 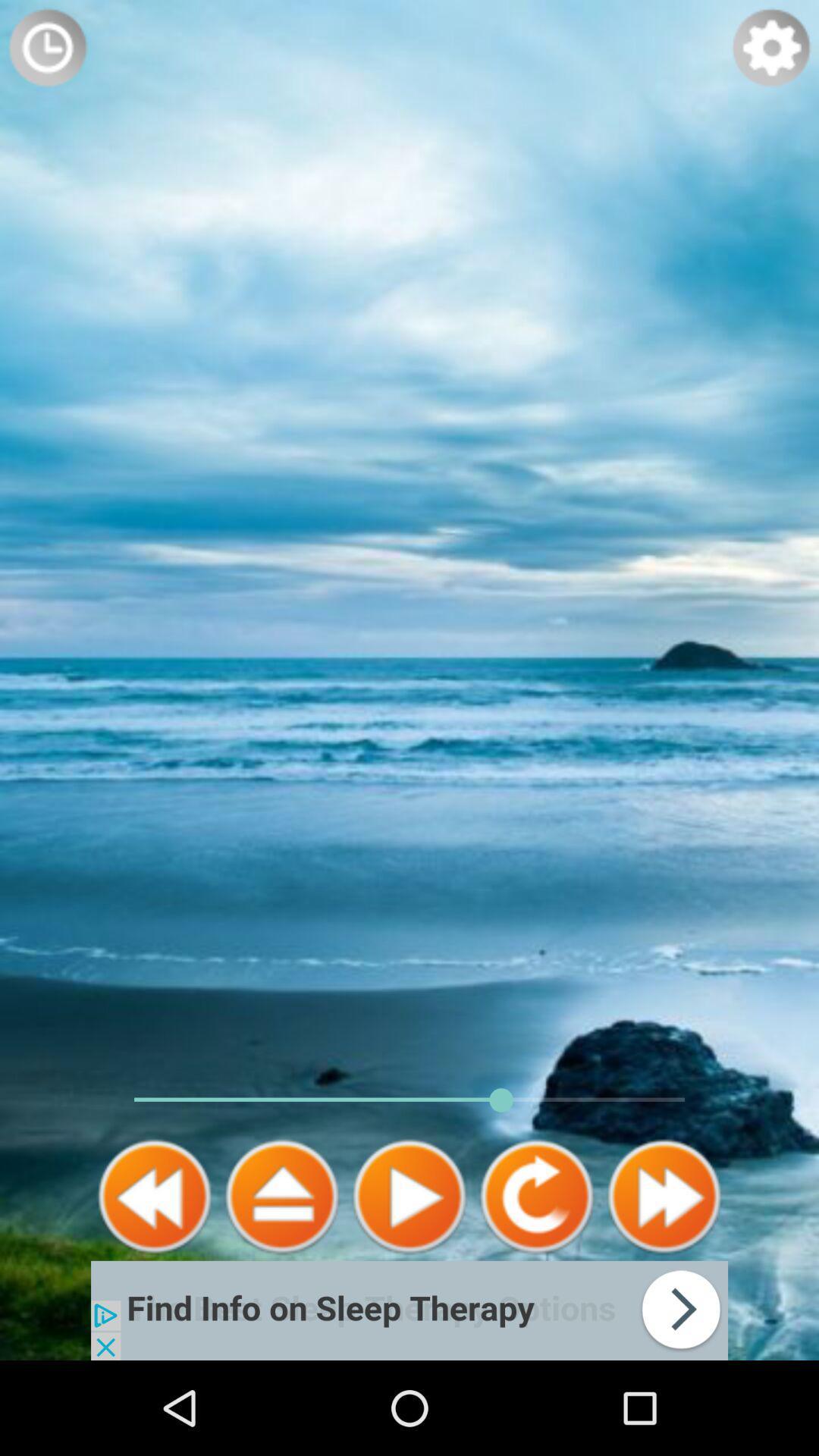 I want to click on the time icon, so click(x=46, y=51).